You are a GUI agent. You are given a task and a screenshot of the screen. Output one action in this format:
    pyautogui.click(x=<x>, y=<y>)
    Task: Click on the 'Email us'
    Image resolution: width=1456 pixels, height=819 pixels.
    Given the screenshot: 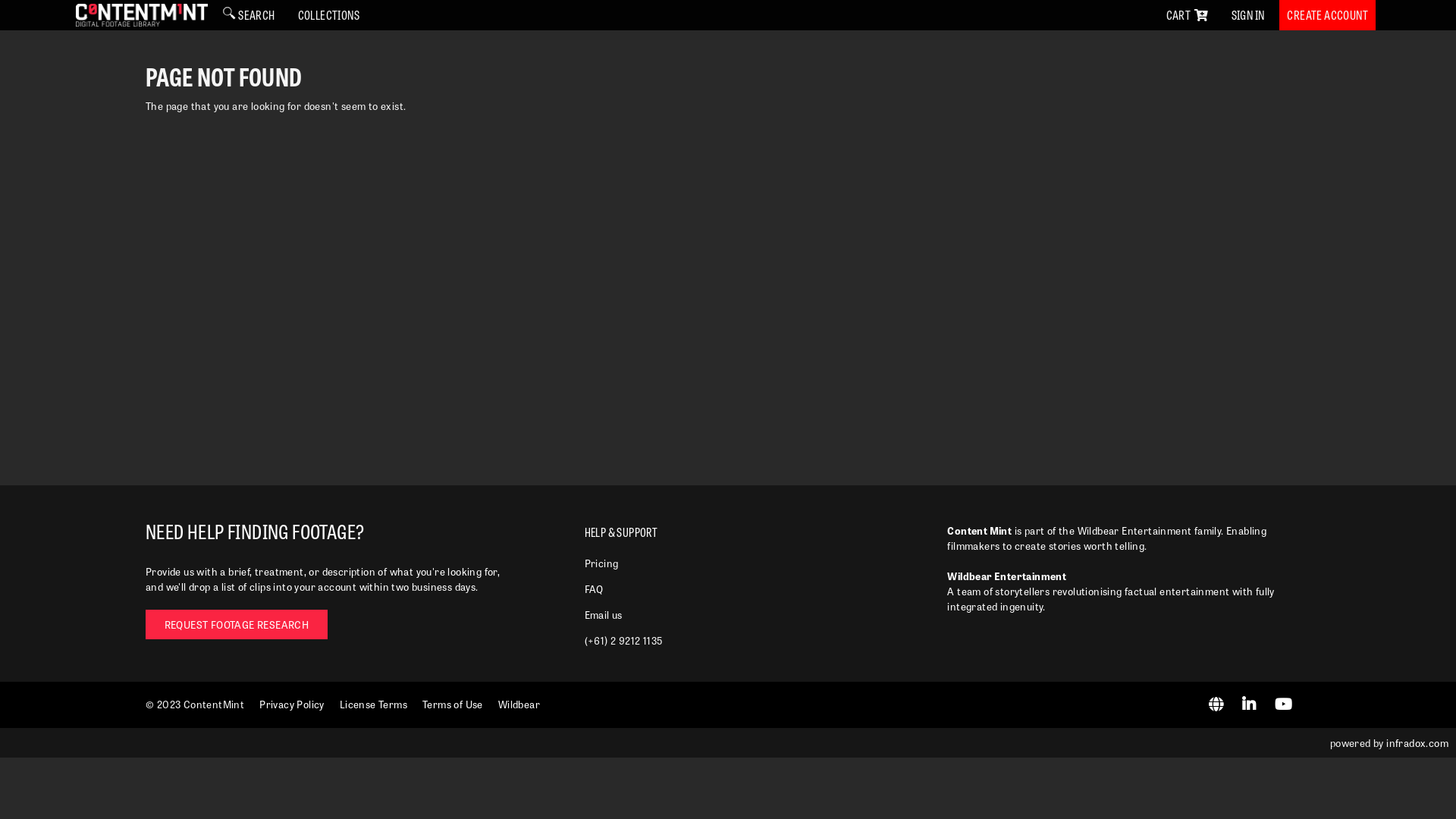 What is the action you would take?
    pyautogui.click(x=603, y=614)
    